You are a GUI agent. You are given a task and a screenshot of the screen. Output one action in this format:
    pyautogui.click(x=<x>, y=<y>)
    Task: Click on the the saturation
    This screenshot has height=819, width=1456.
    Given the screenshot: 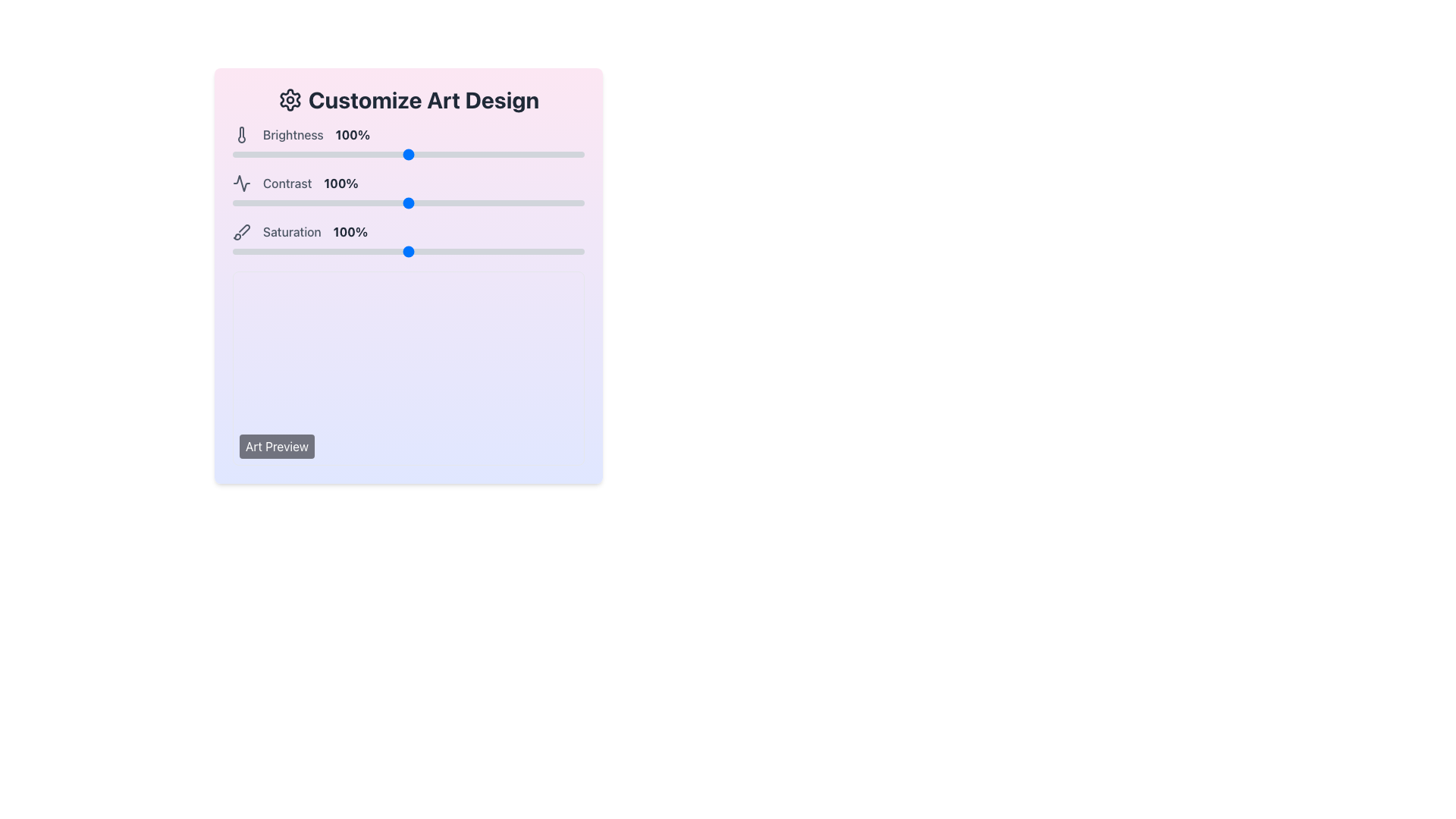 What is the action you would take?
    pyautogui.click(x=235, y=250)
    